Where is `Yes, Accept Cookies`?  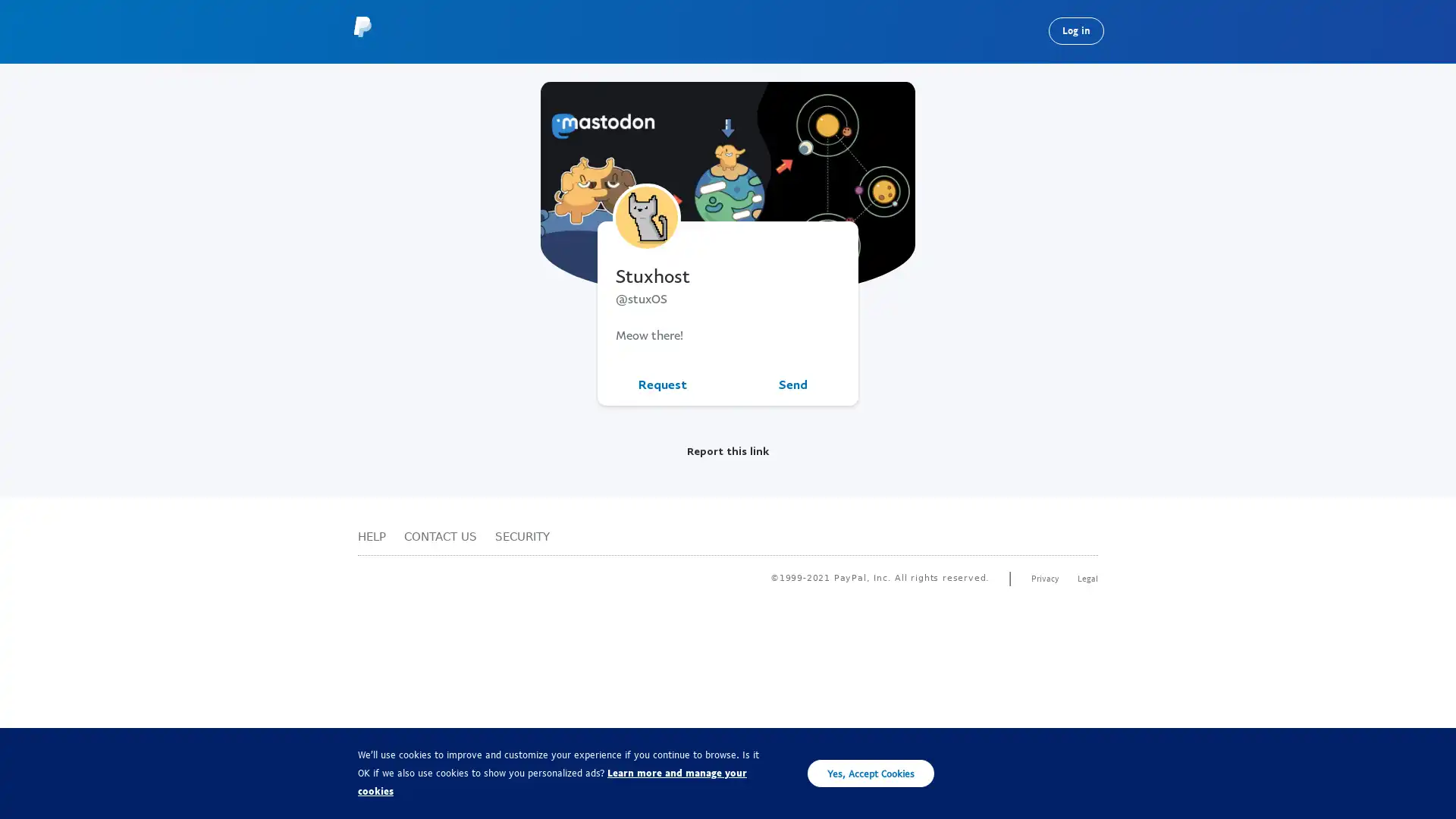
Yes, Accept Cookies is located at coordinates (871, 773).